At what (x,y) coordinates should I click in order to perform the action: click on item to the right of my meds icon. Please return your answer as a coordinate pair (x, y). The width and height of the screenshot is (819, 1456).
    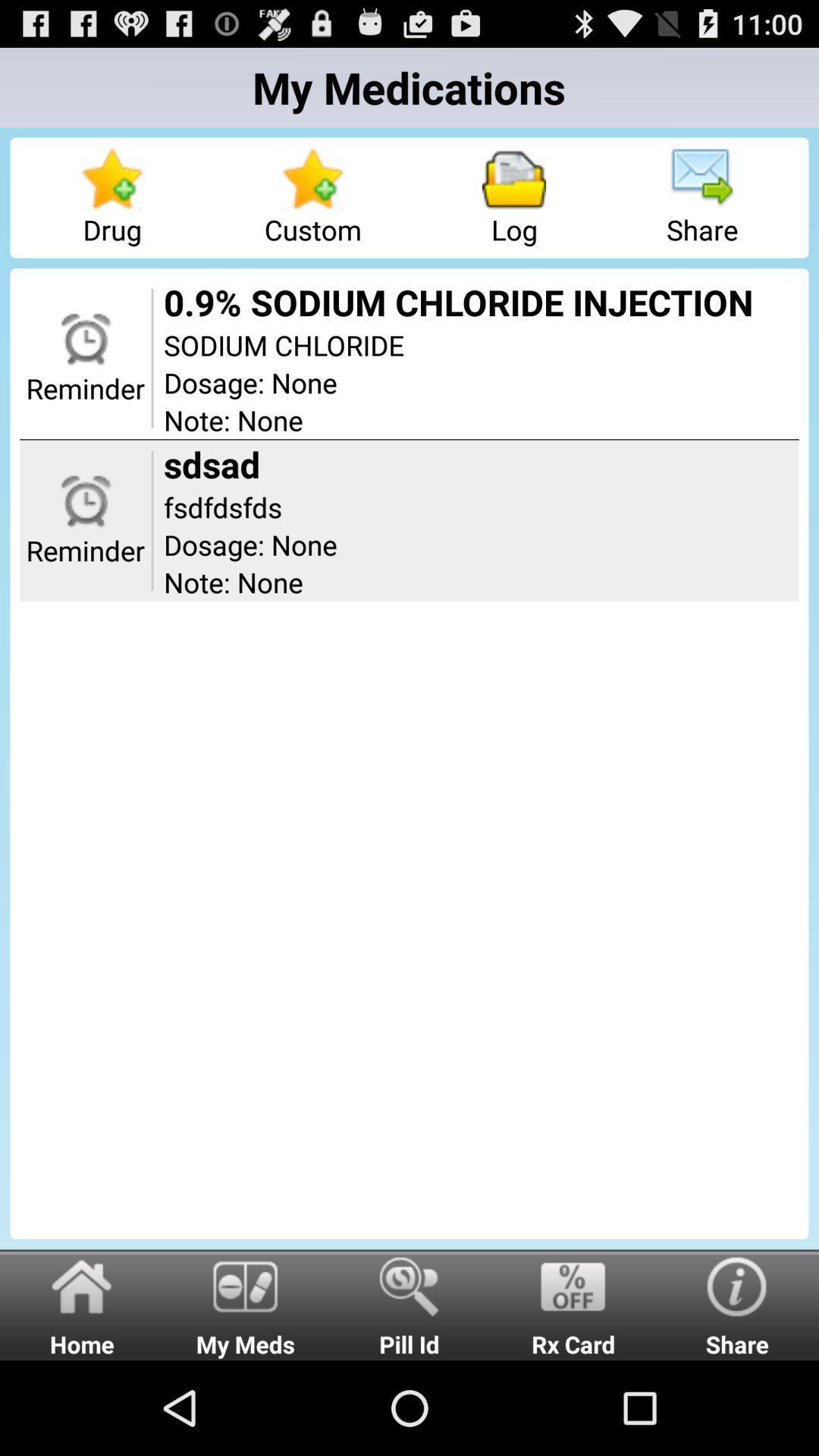
    Looking at the image, I should click on (409, 1304).